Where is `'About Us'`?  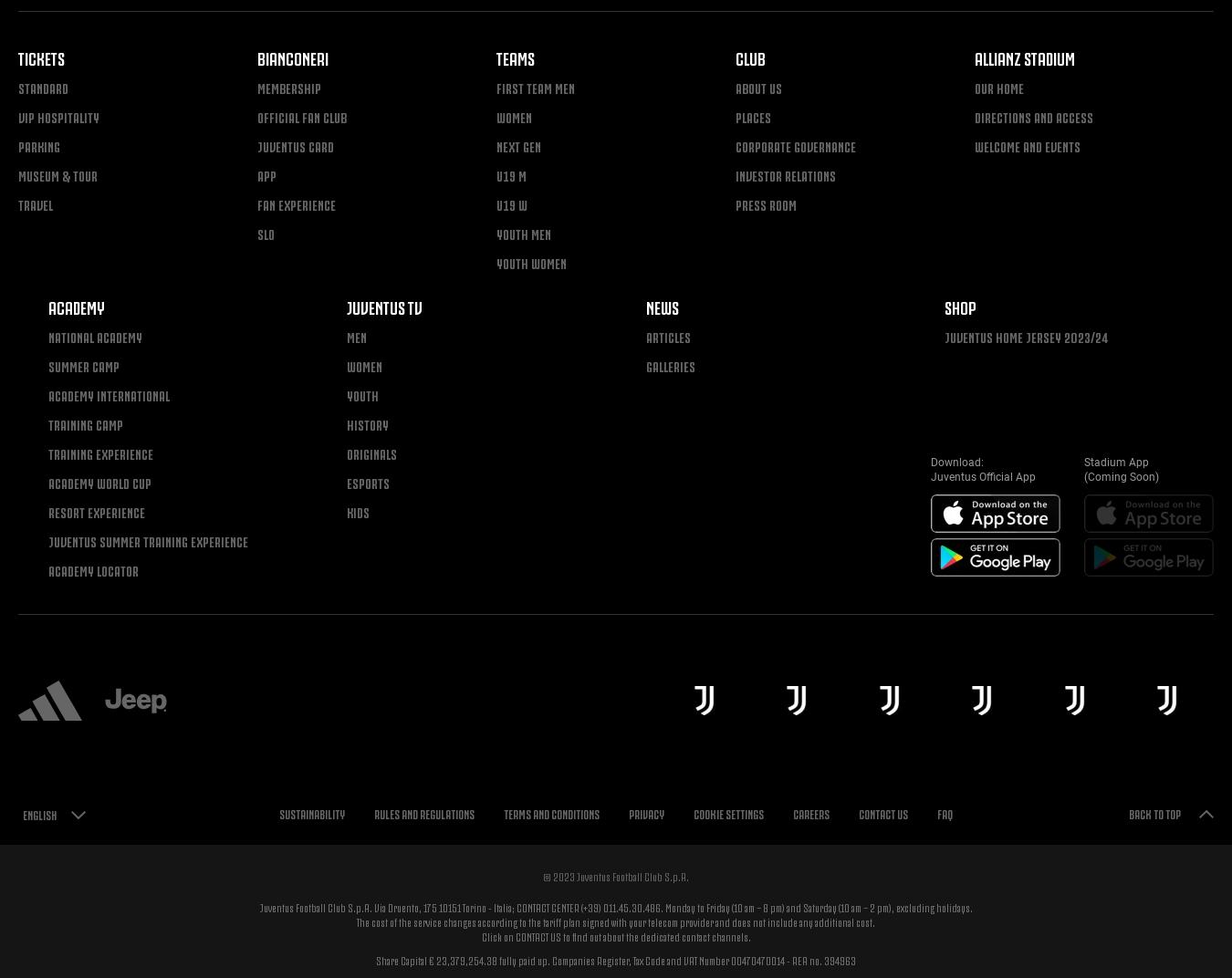 'About Us' is located at coordinates (758, 87).